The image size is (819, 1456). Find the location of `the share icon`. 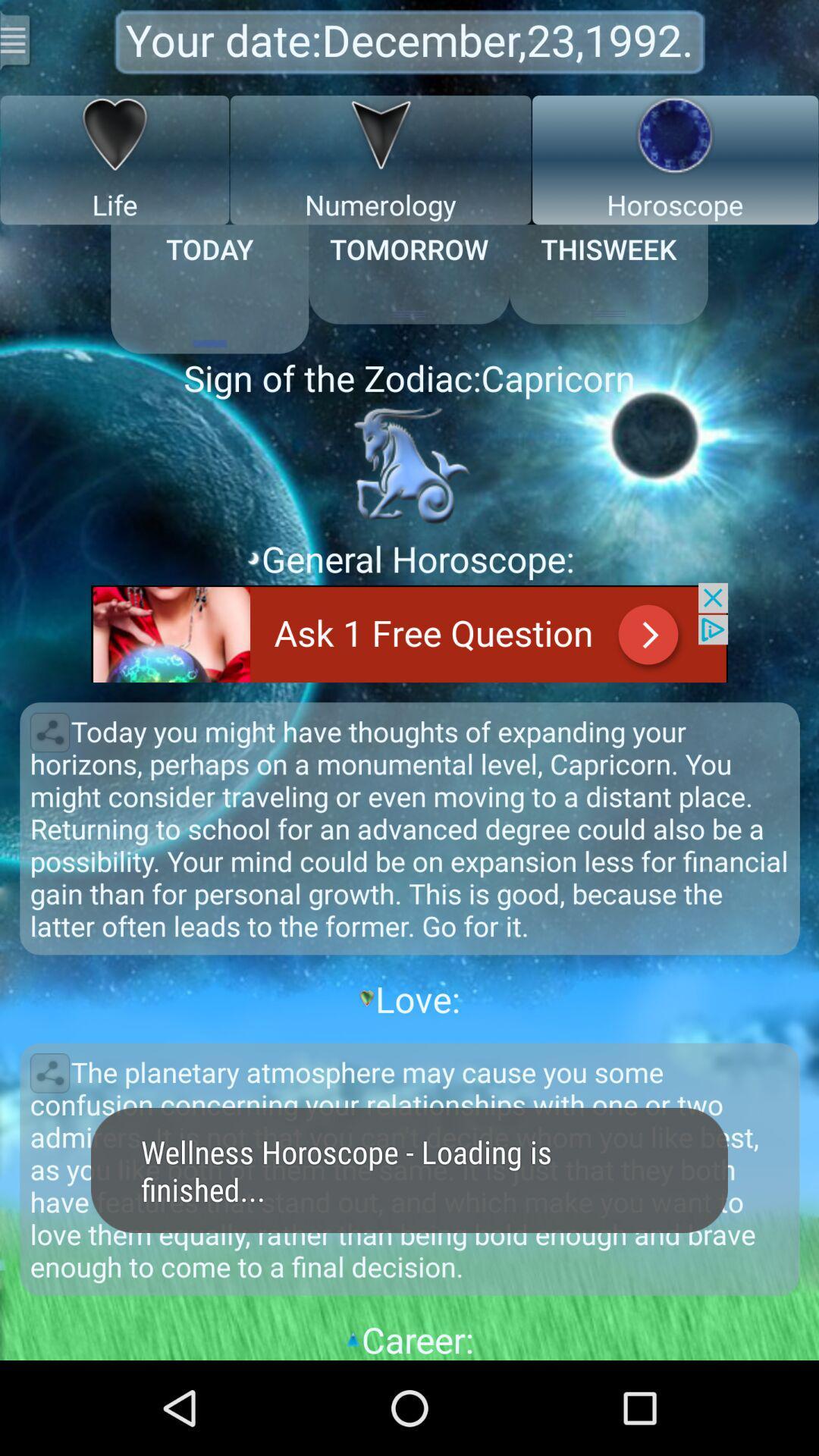

the share icon is located at coordinates (49, 1148).